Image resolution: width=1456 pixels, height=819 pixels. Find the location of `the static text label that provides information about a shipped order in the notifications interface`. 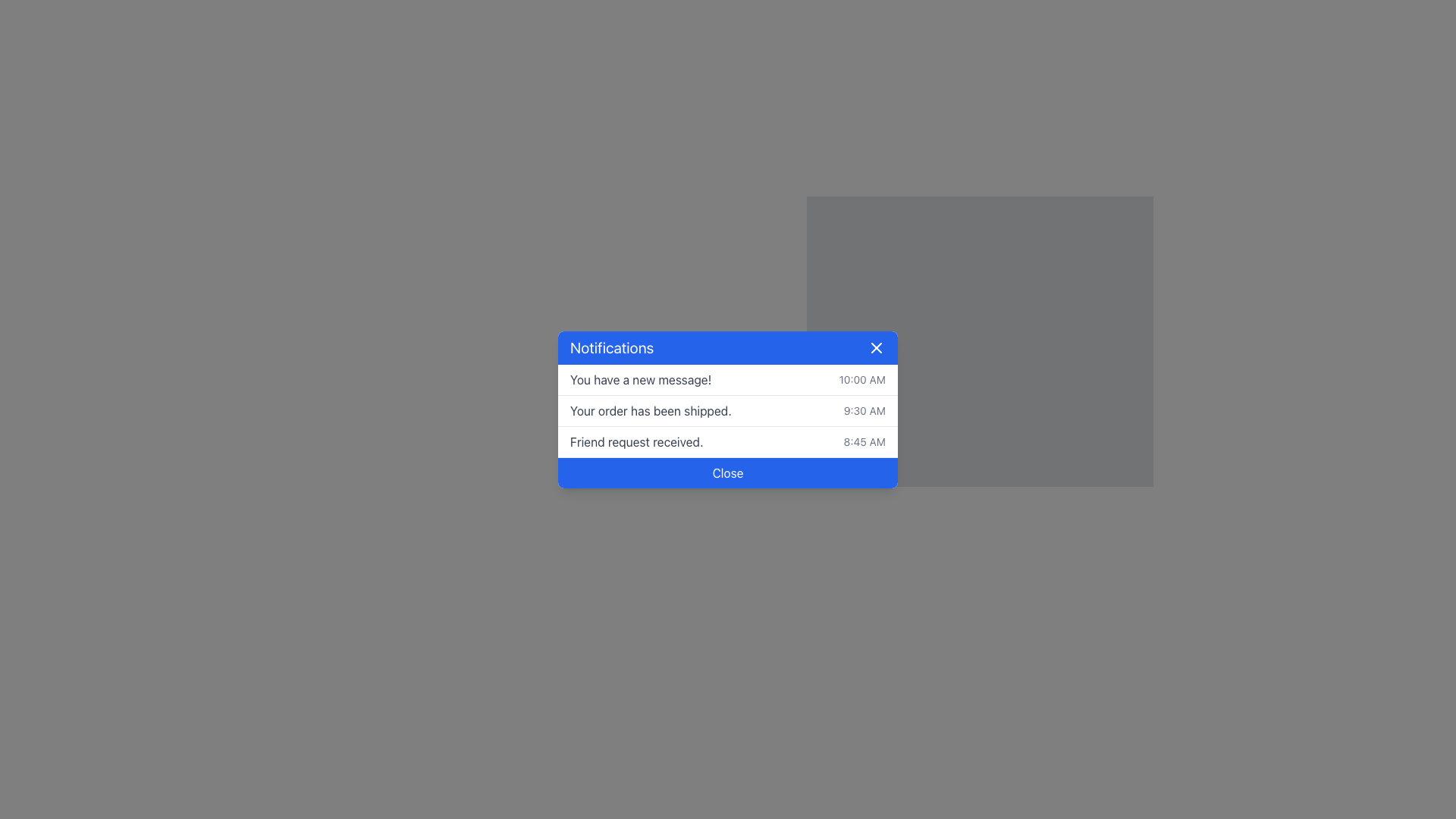

the static text label that provides information about a shipped order in the notifications interface is located at coordinates (651, 410).